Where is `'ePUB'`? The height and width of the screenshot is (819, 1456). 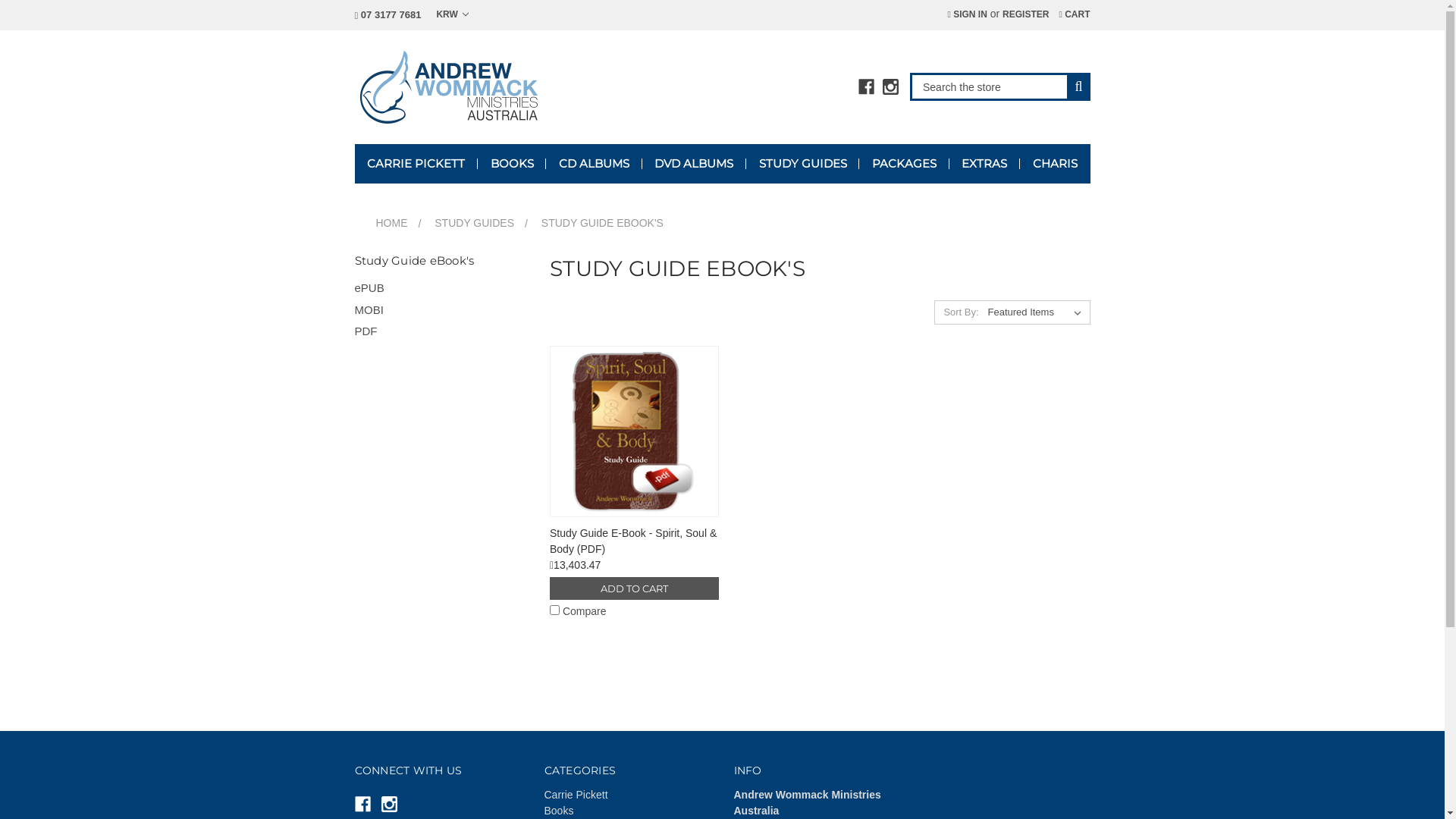 'ePUB' is located at coordinates (353, 288).